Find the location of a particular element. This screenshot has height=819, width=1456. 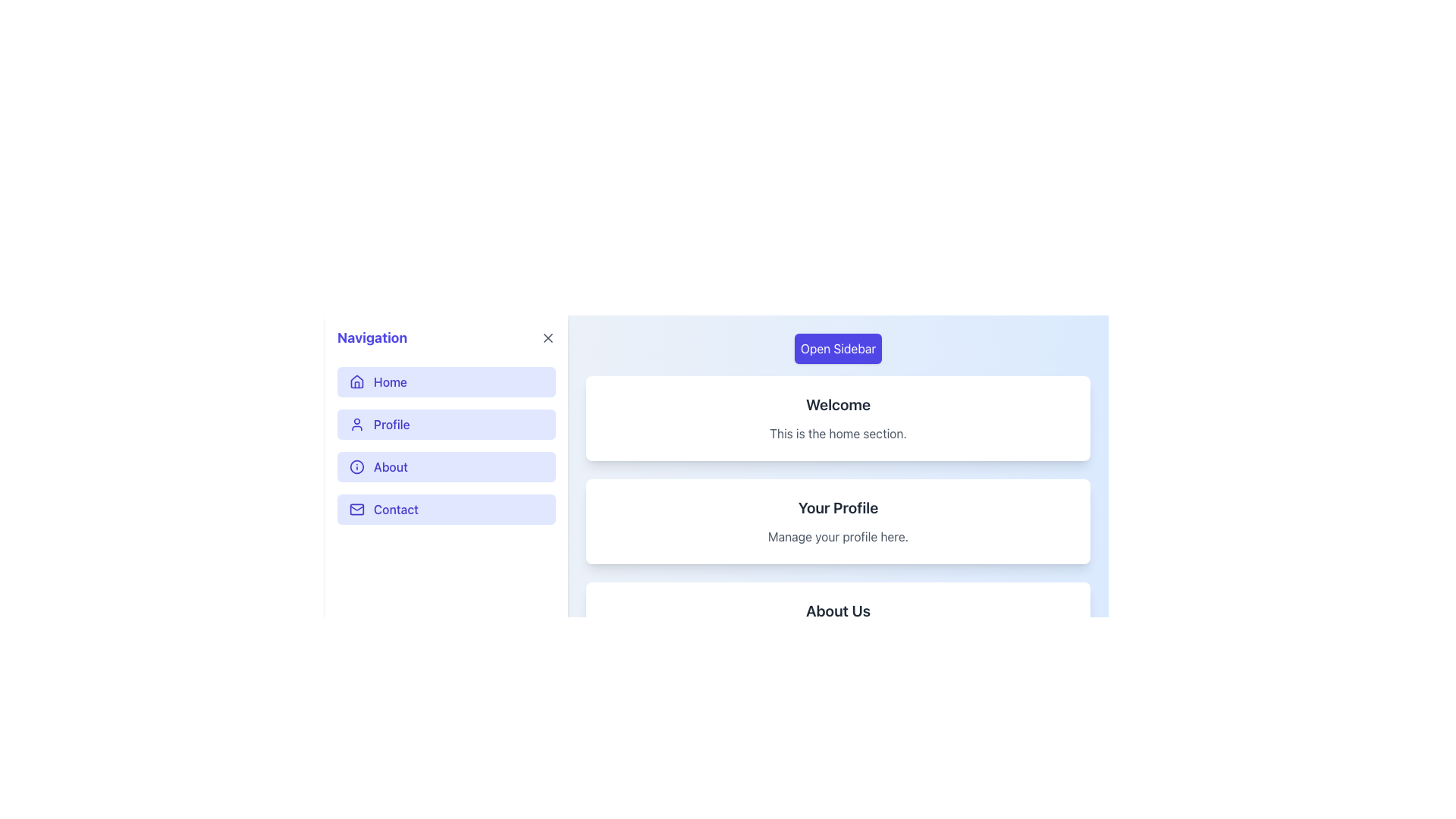

the close button symbol (an 'X') located at the top right of the navigation sidebar is located at coordinates (548, 337).